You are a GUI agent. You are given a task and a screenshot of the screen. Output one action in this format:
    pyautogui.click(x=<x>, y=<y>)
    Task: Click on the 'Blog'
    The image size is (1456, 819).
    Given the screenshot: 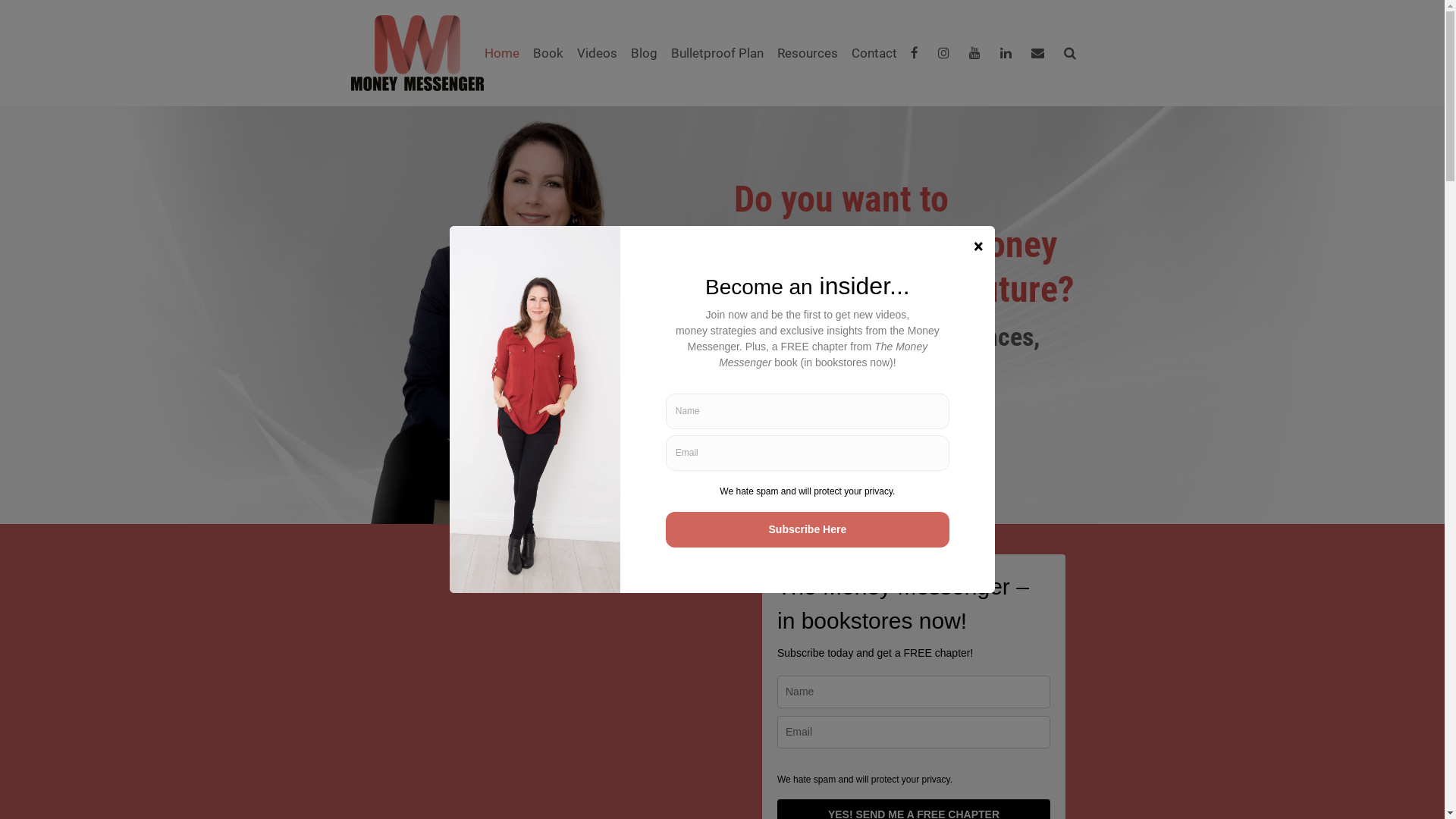 What is the action you would take?
    pyautogui.click(x=643, y=52)
    